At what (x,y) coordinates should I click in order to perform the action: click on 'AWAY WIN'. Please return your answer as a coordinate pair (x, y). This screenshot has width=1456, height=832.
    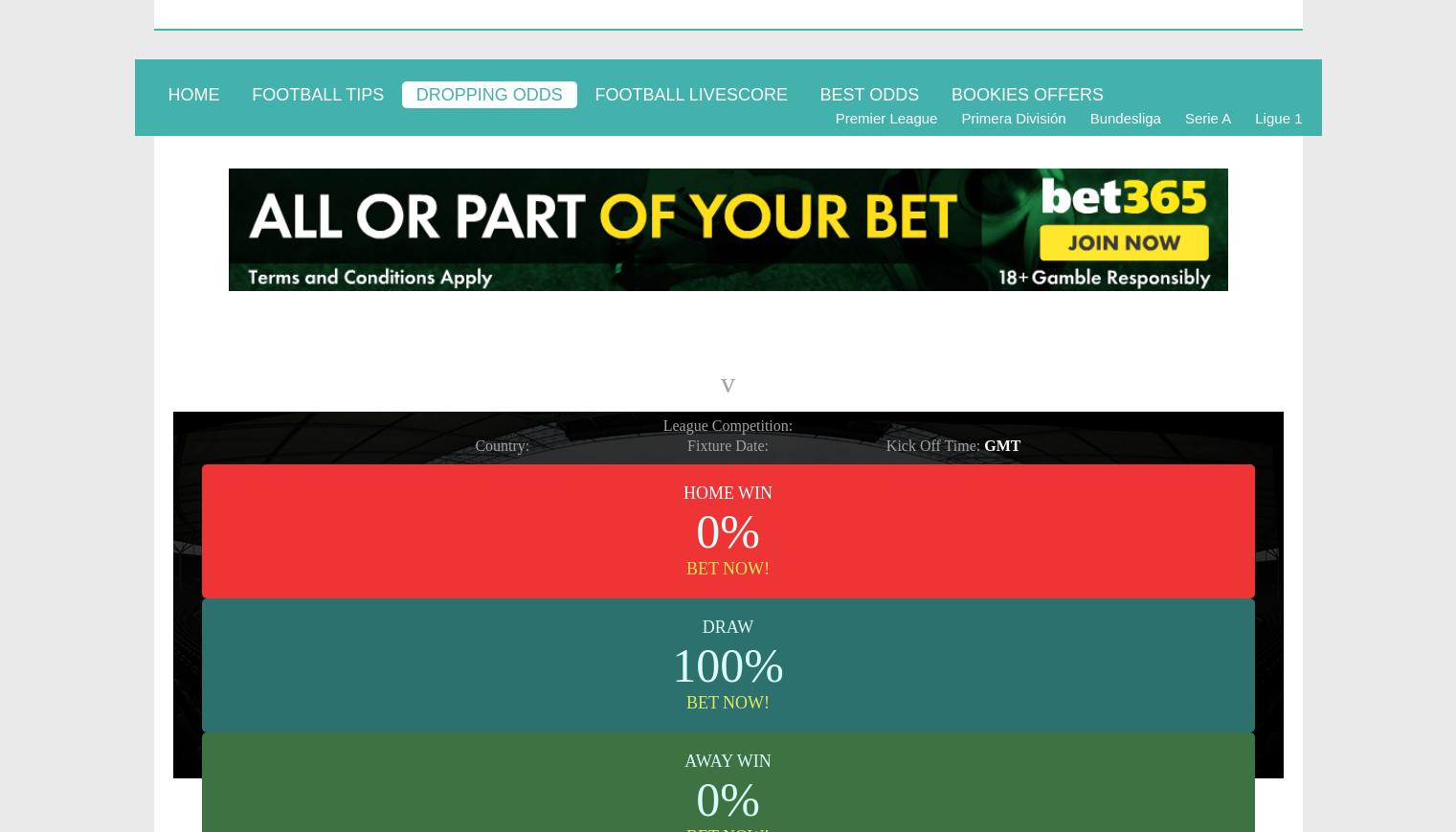
    Looking at the image, I should click on (727, 760).